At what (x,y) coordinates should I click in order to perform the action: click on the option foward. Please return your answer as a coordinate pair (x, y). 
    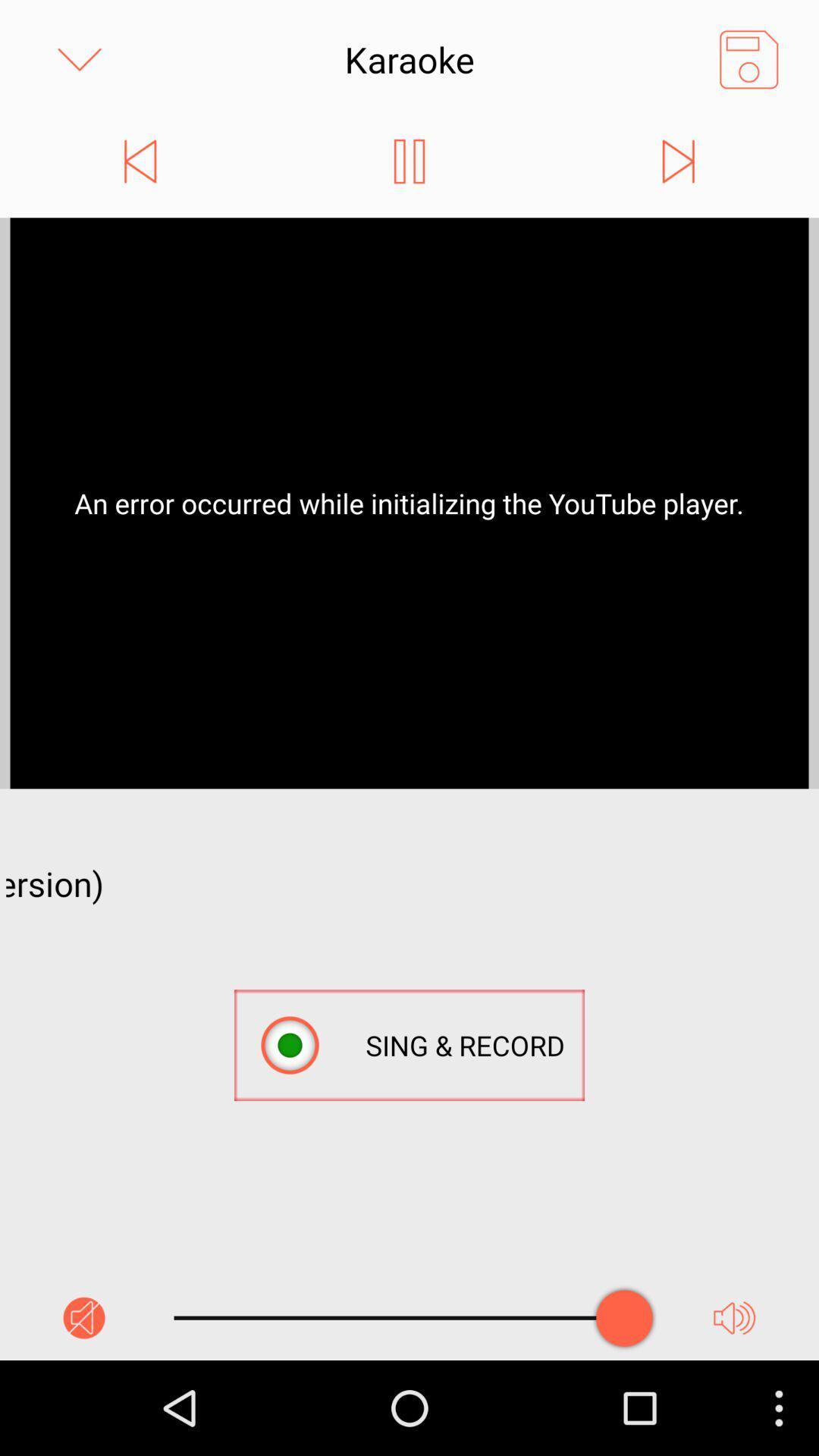
    Looking at the image, I should click on (677, 161).